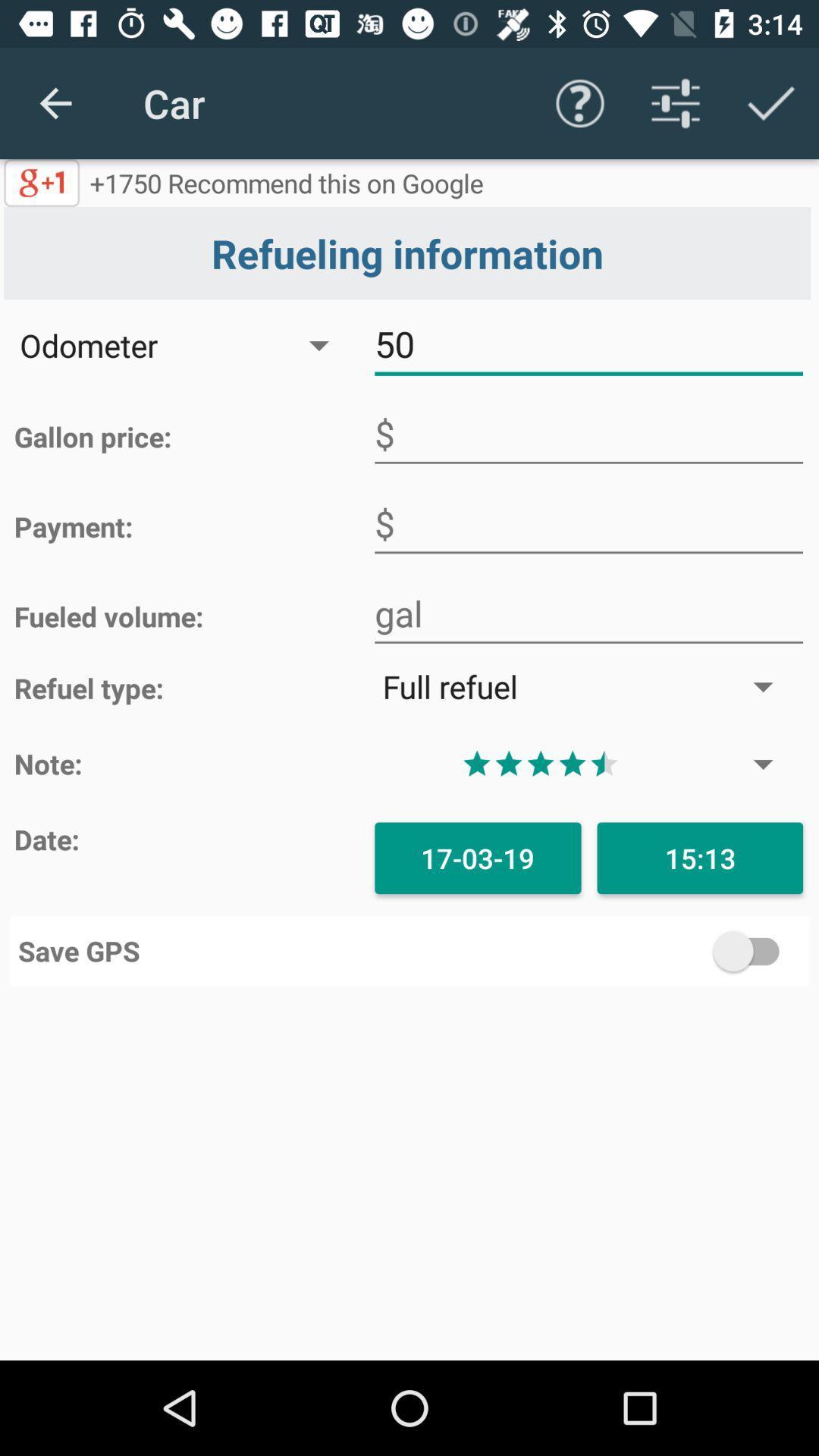 This screenshot has height=1456, width=819. Describe the element at coordinates (588, 433) in the screenshot. I see `the item next to gallon price: icon` at that location.